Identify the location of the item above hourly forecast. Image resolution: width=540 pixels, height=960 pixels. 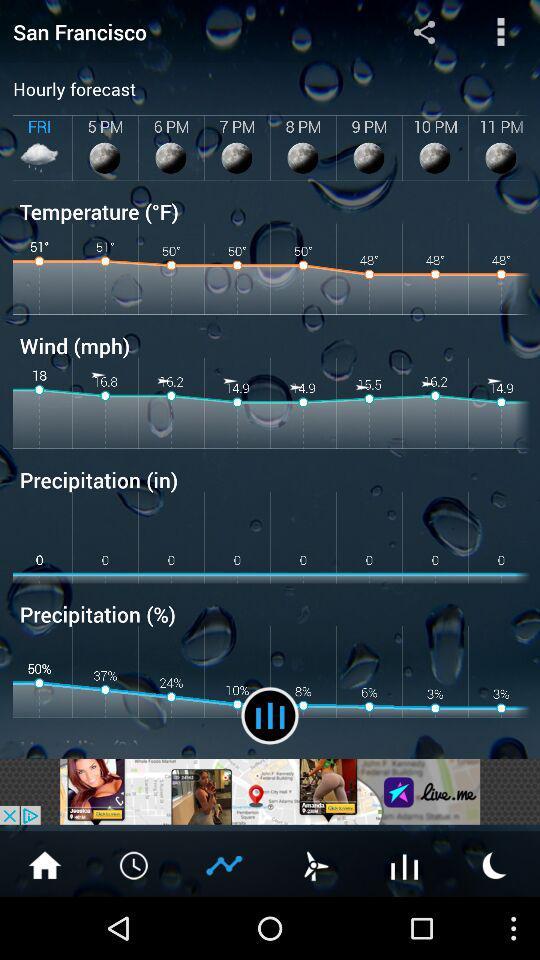
(179, 30).